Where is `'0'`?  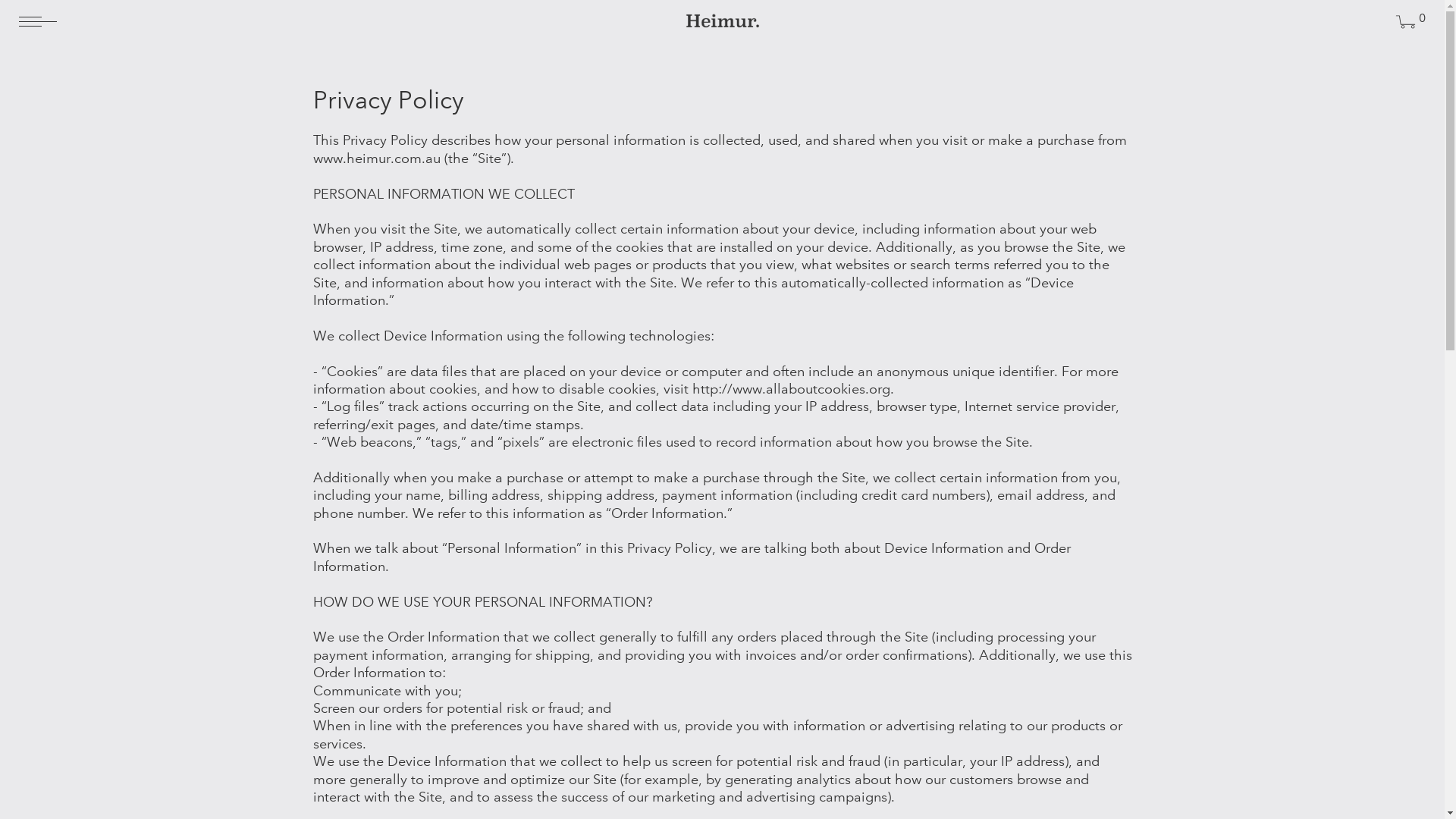 '0' is located at coordinates (1405, 24).